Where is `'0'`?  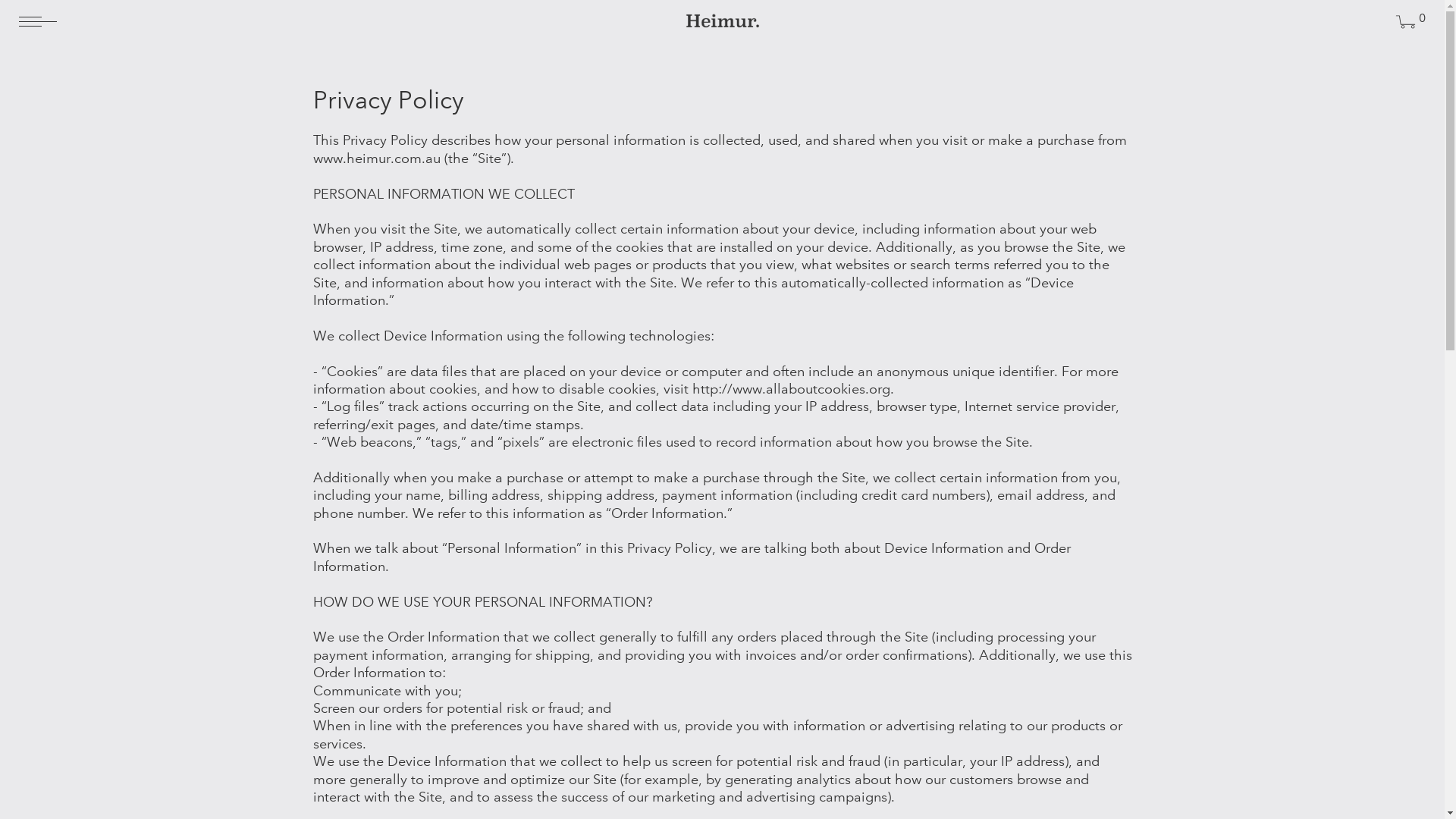 '0' is located at coordinates (1405, 24).